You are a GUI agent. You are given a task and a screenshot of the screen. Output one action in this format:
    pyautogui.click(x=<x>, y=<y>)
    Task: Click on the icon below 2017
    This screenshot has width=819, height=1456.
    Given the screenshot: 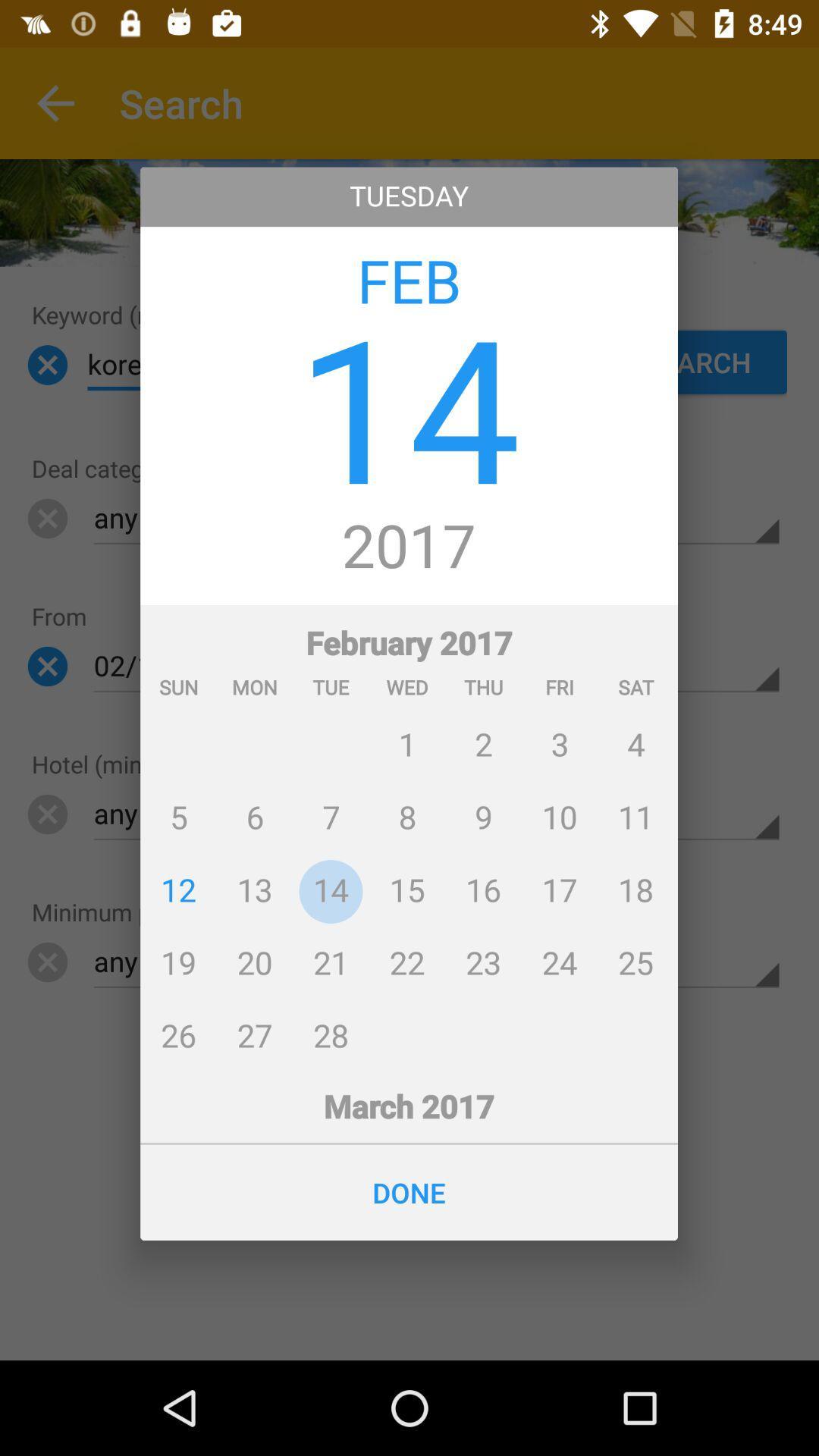 What is the action you would take?
    pyautogui.click(x=408, y=836)
    